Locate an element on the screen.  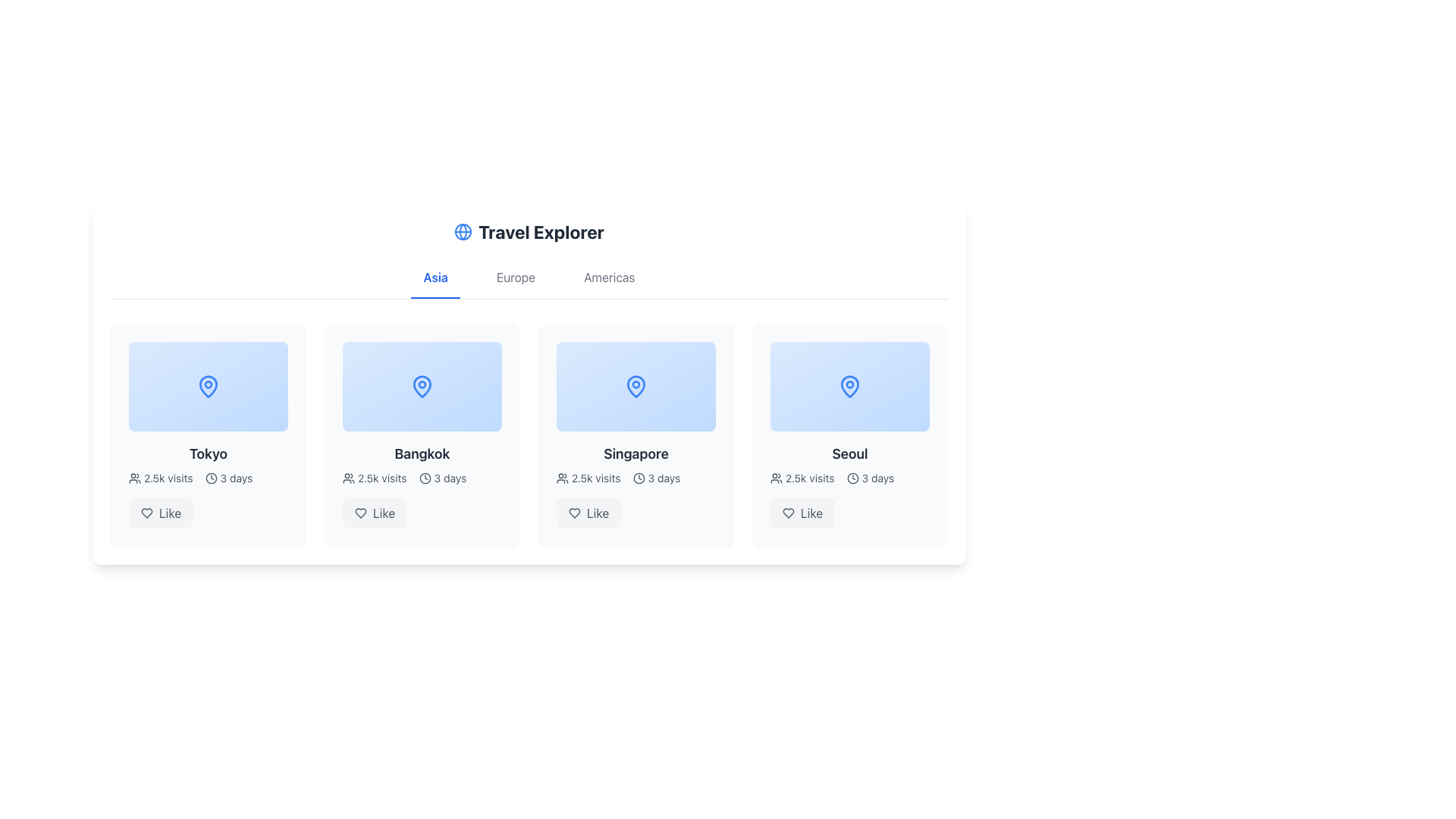
the text label 'Bangkok' which is styled in bold dark gray font, positioned under the blue image placeholder in a grid layout of travel destinations is located at coordinates (422, 453).